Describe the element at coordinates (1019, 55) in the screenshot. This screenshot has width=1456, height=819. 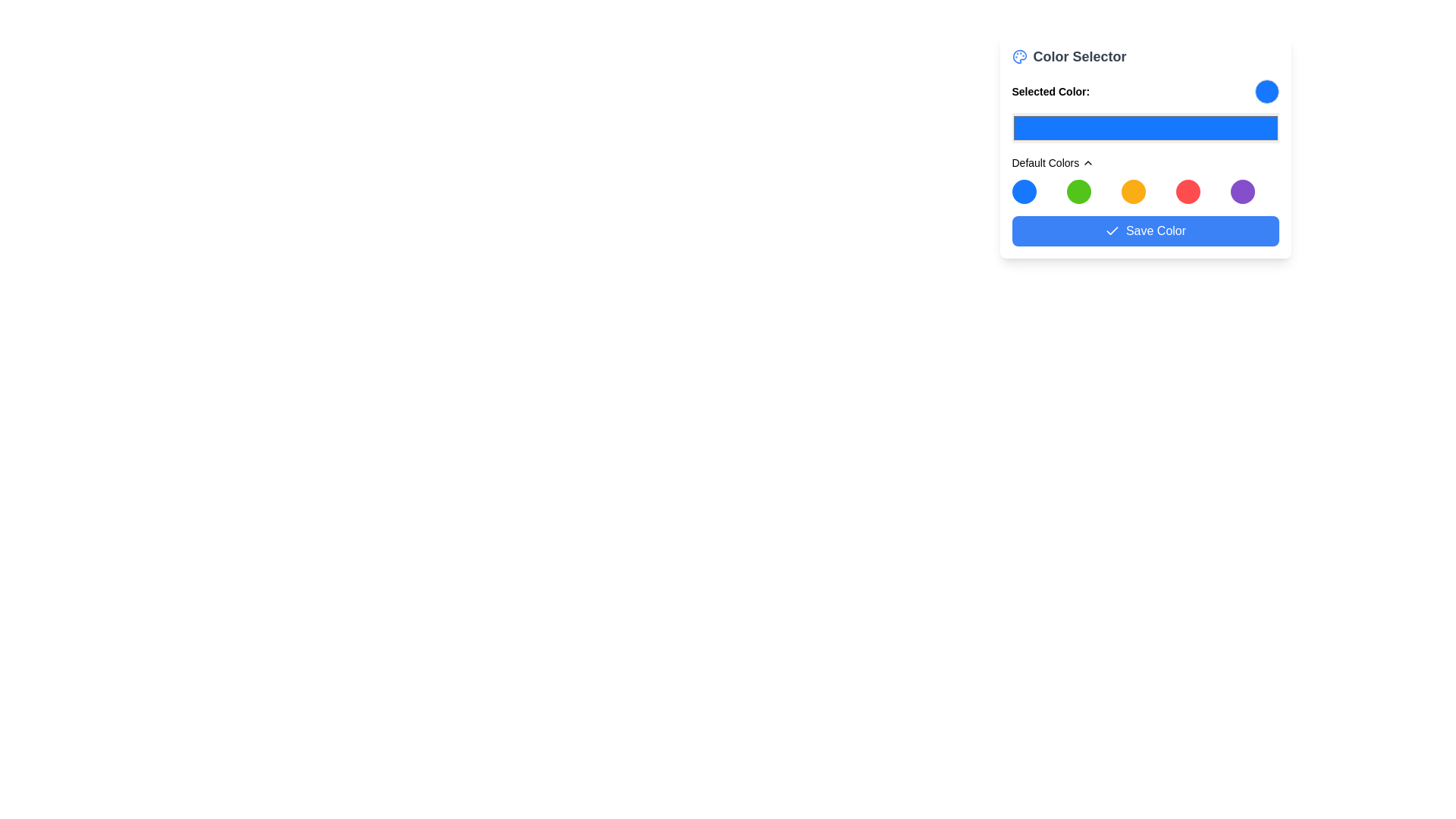
I see `the small, stylized blue palette icon located at the top-left corner of the 'Color Selector' section, next to the title text 'Color Selector'` at that location.